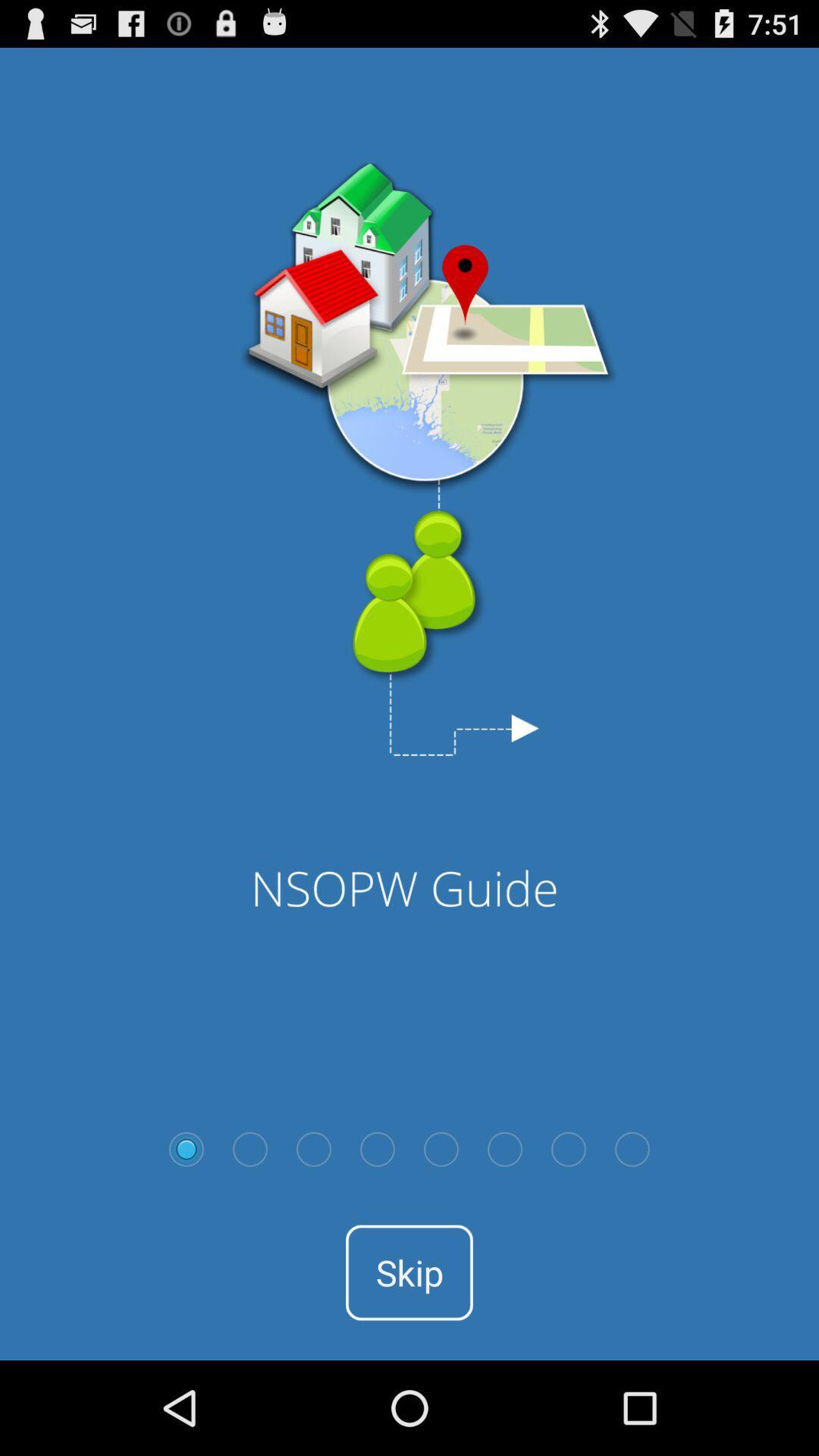 Image resolution: width=819 pixels, height=1456 pixels. What do you see at coordinates (376, 1149) in the screenshot?
I see `slide` at bounding box center [376, 1149].